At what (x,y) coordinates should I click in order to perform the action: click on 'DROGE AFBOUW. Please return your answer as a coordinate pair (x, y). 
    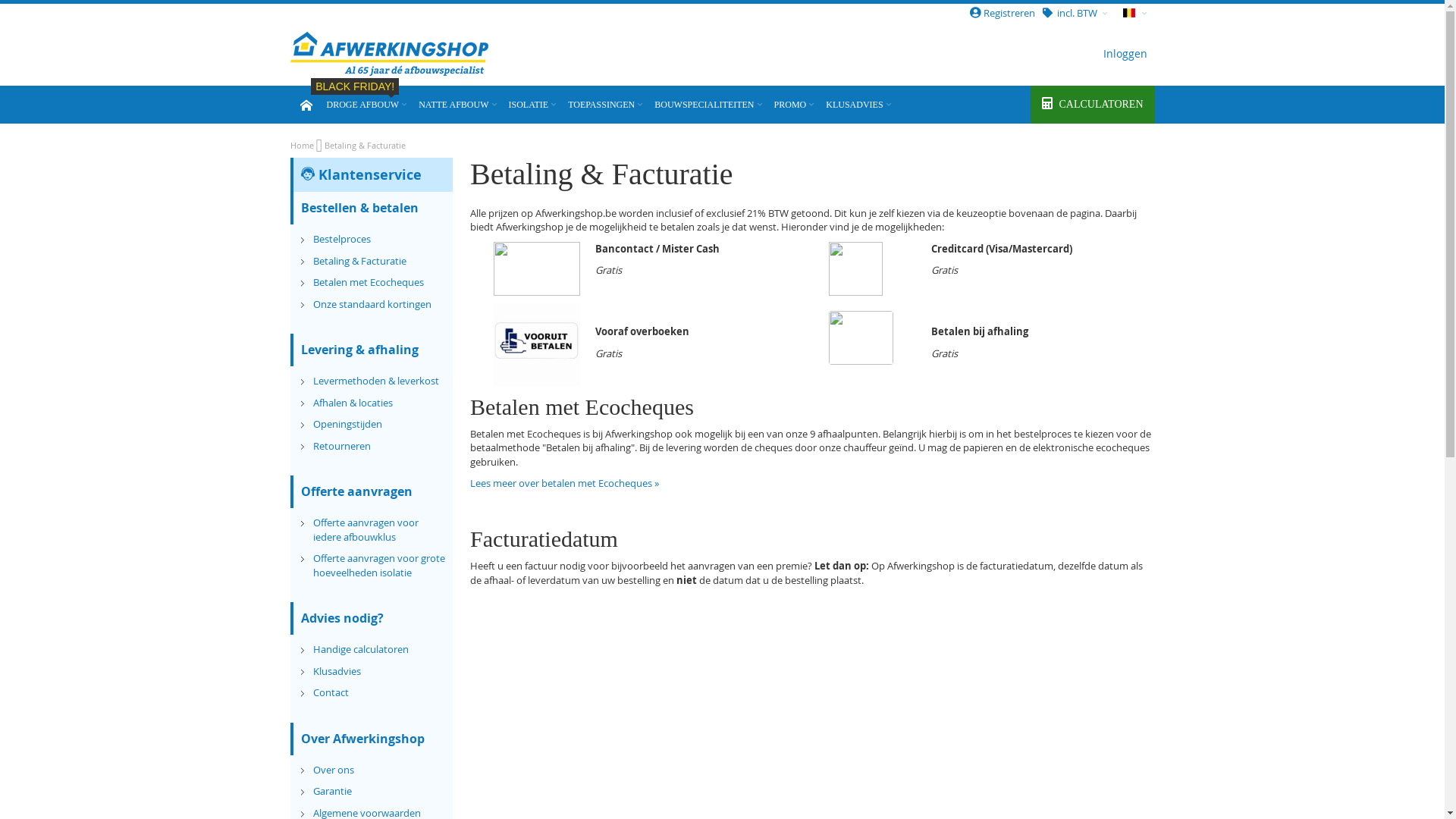
    Looking at the image, I should click on (367, 104).